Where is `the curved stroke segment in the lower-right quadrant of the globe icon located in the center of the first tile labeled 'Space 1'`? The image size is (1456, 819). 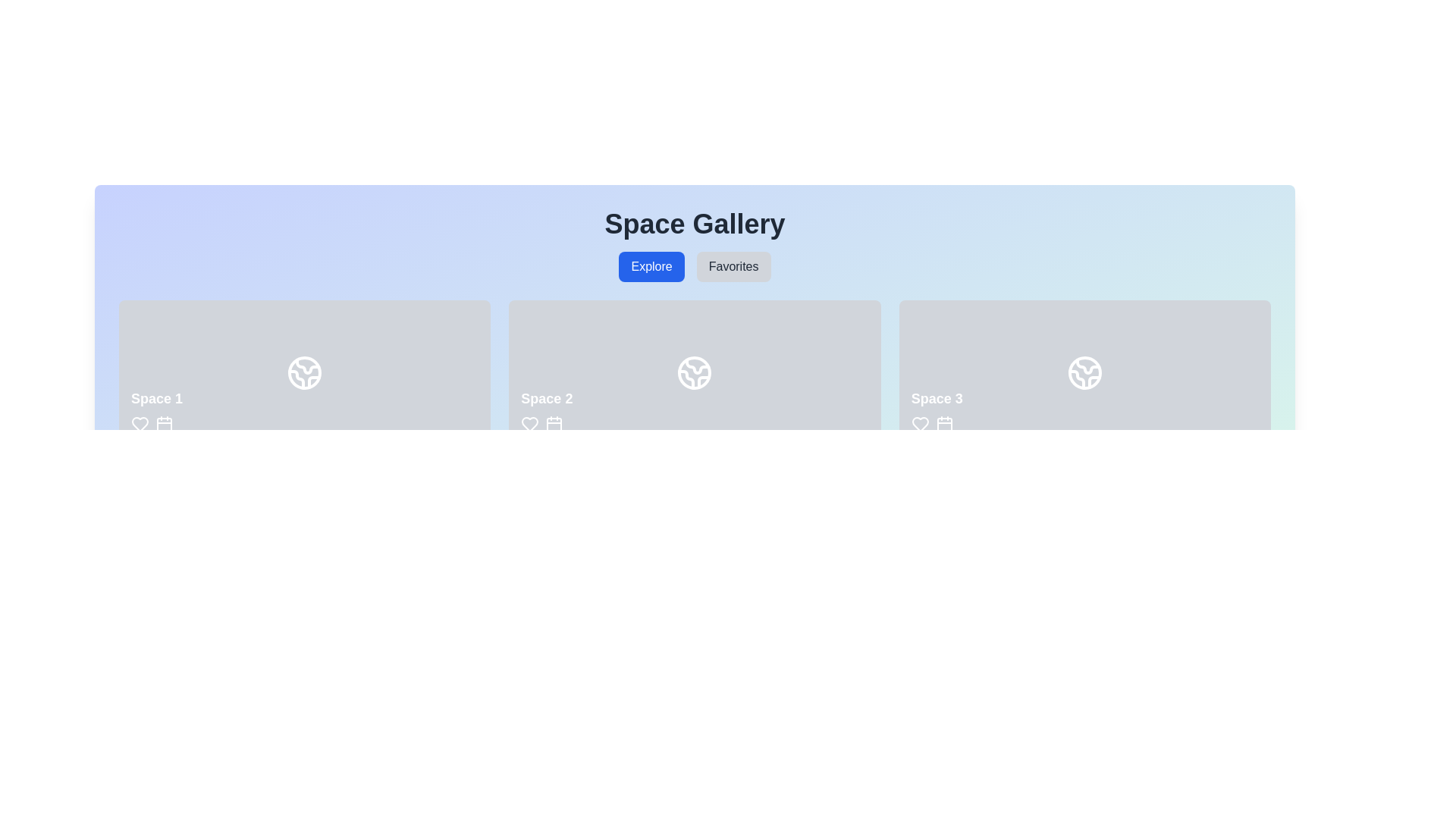 the curved stroke segment in the lower-right quadrant of the globe icon located in the center of the first tile labeled 'Space 1' is located at coordinates (313, 381).